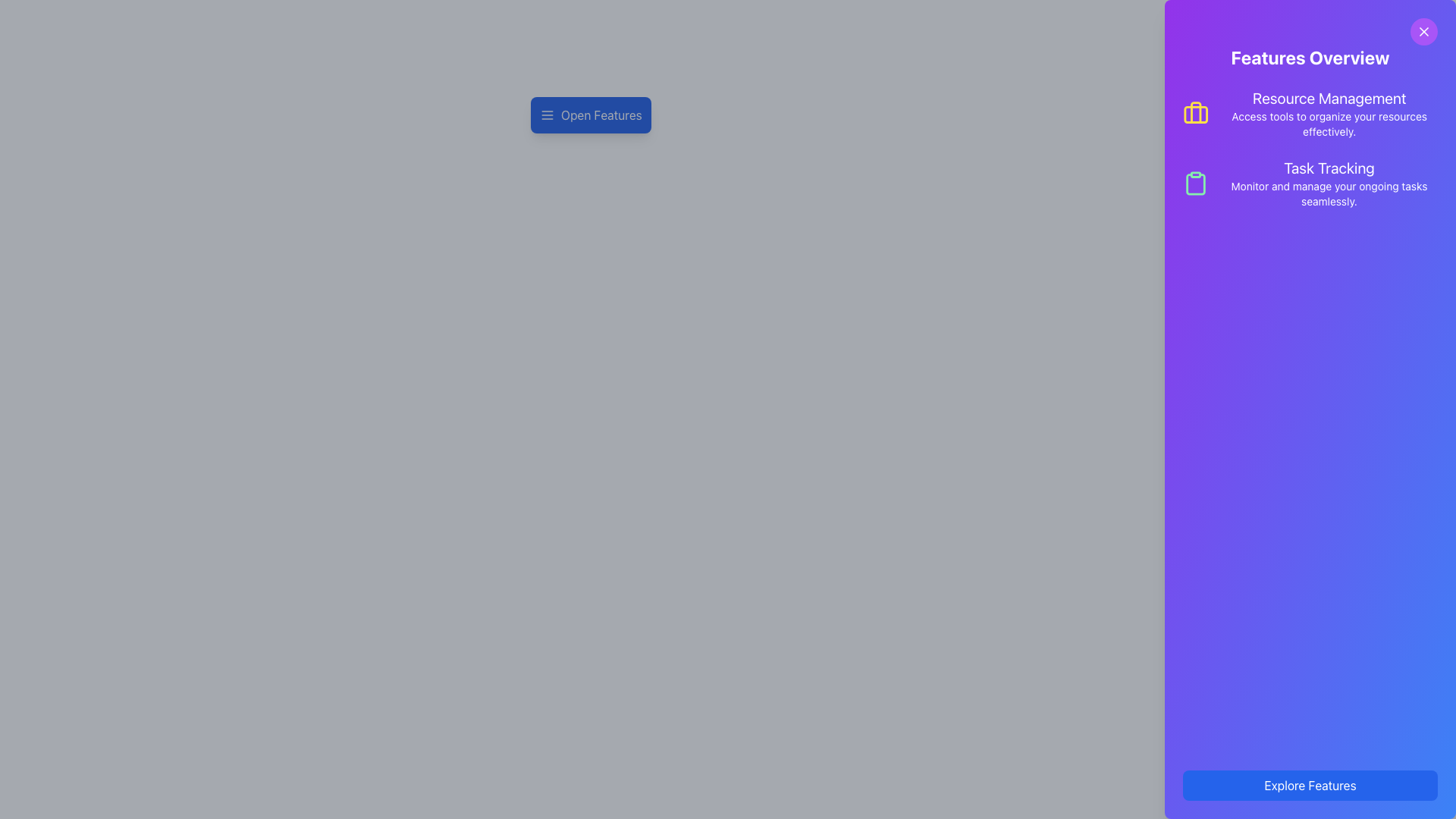 The width and height of the screenshot is (1456, 819). Describe the element at coordinates (1328, 183) in the screenshot. I see `the 'Task Tracking' Text Description Block to interact with the feature` at that location.